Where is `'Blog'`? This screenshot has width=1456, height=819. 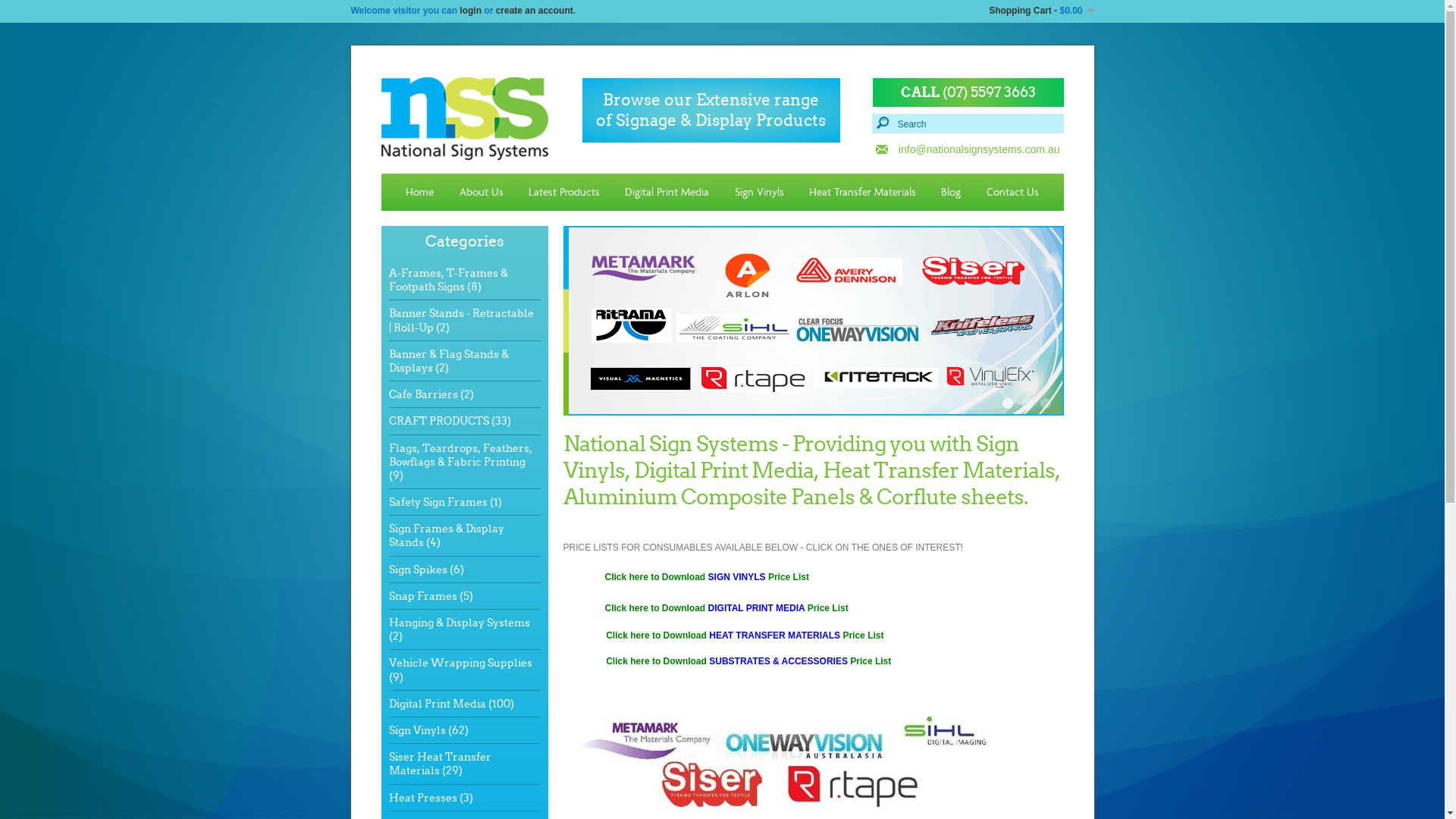
'Blog' is located at coordinates (949, 191).